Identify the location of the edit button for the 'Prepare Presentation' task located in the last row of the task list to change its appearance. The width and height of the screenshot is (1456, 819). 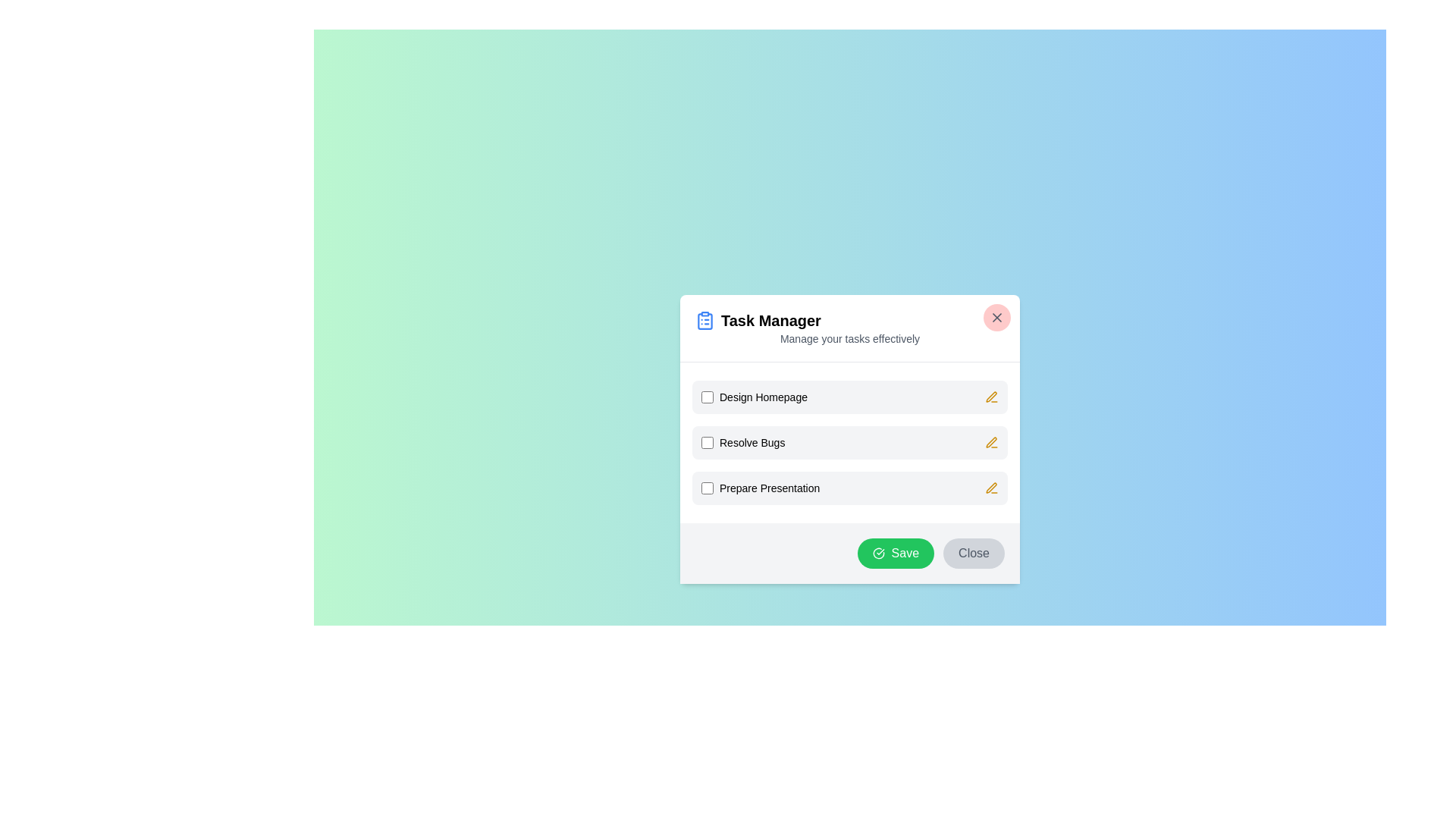
(992, 488).